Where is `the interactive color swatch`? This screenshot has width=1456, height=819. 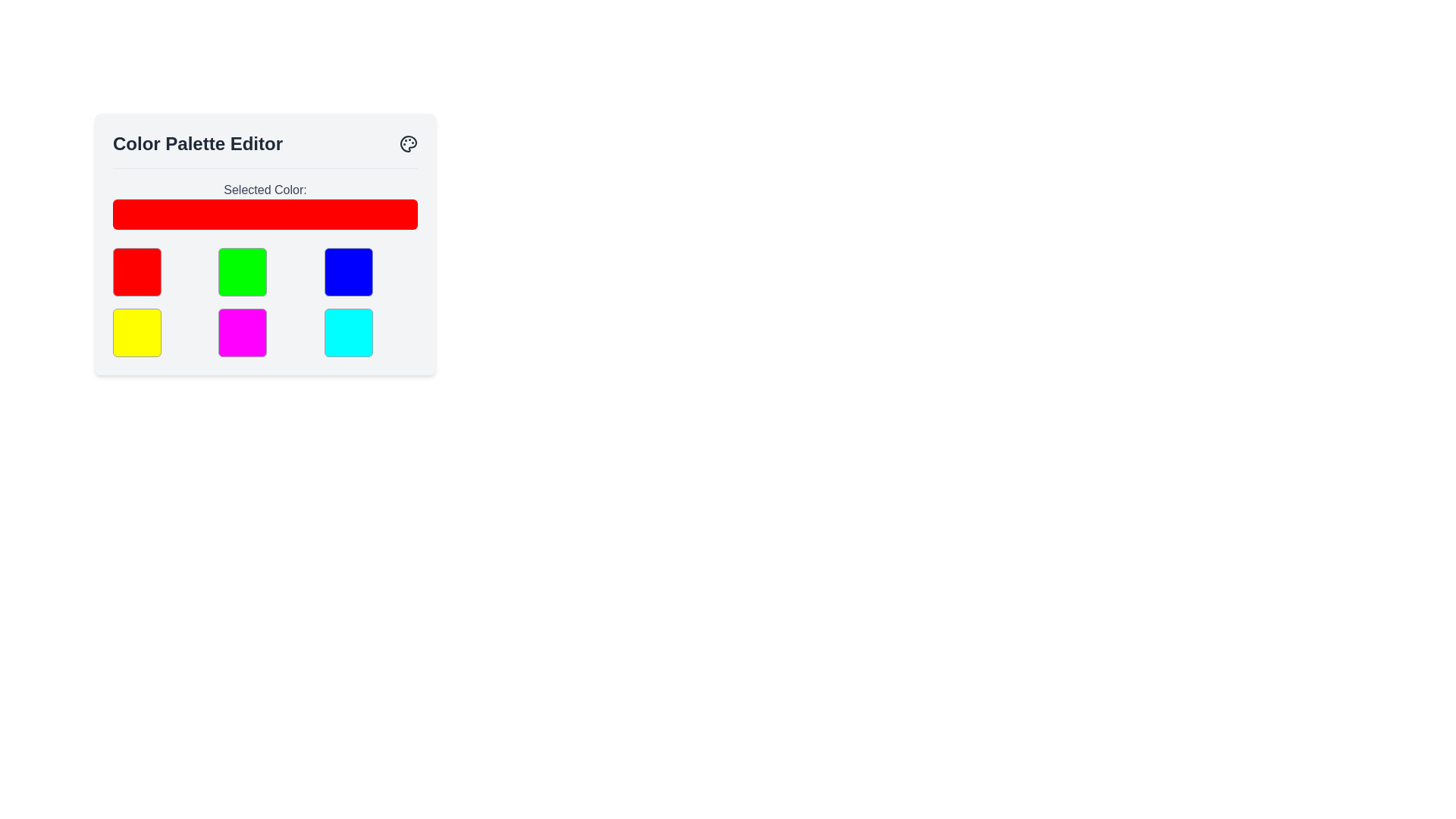
the interactive color swatch is located at coordinates (243, 332).